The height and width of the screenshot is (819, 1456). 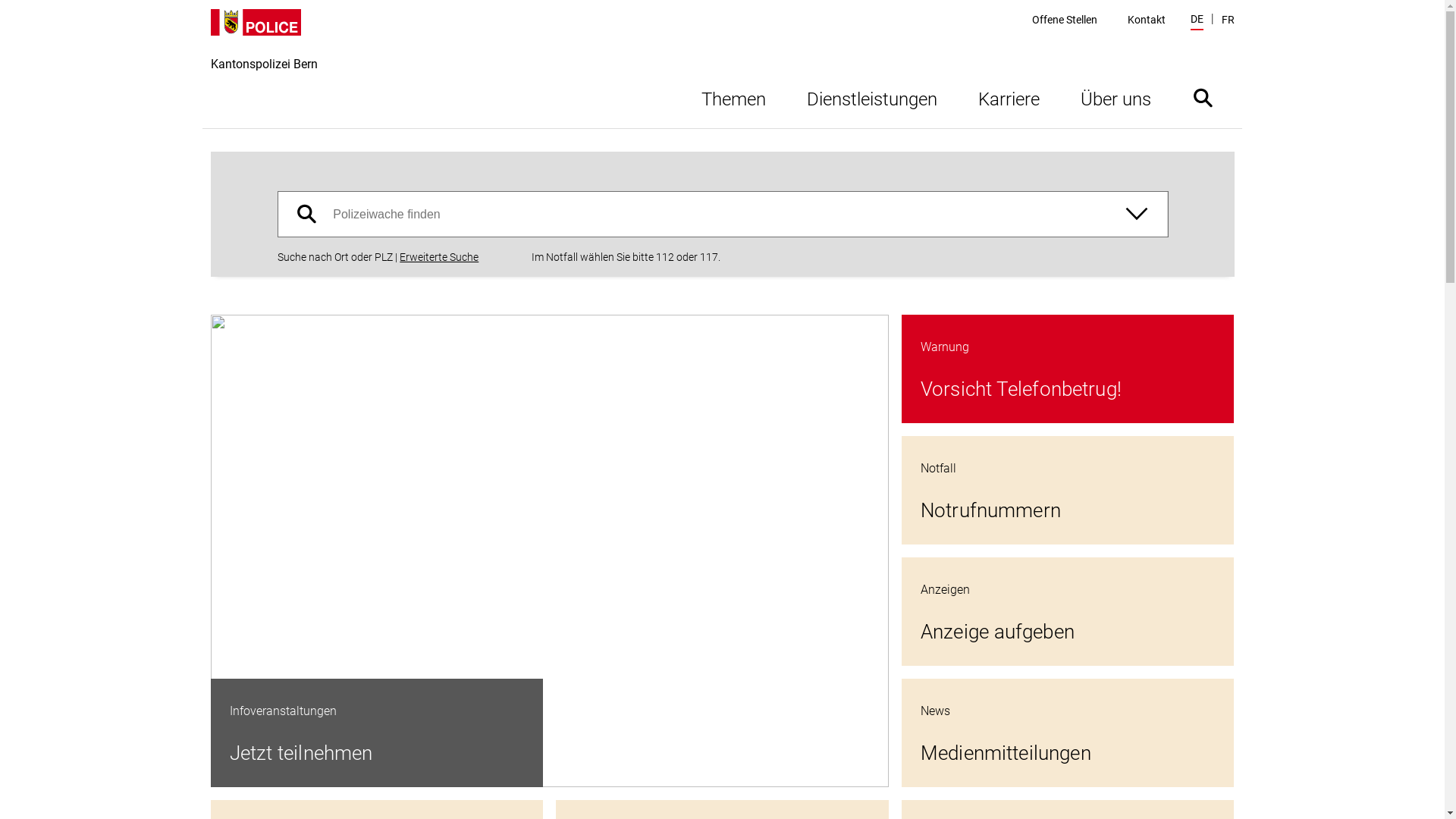 I want to click on 'Vorsicht Telefonbetrug!, so click(x=1067, y=369).